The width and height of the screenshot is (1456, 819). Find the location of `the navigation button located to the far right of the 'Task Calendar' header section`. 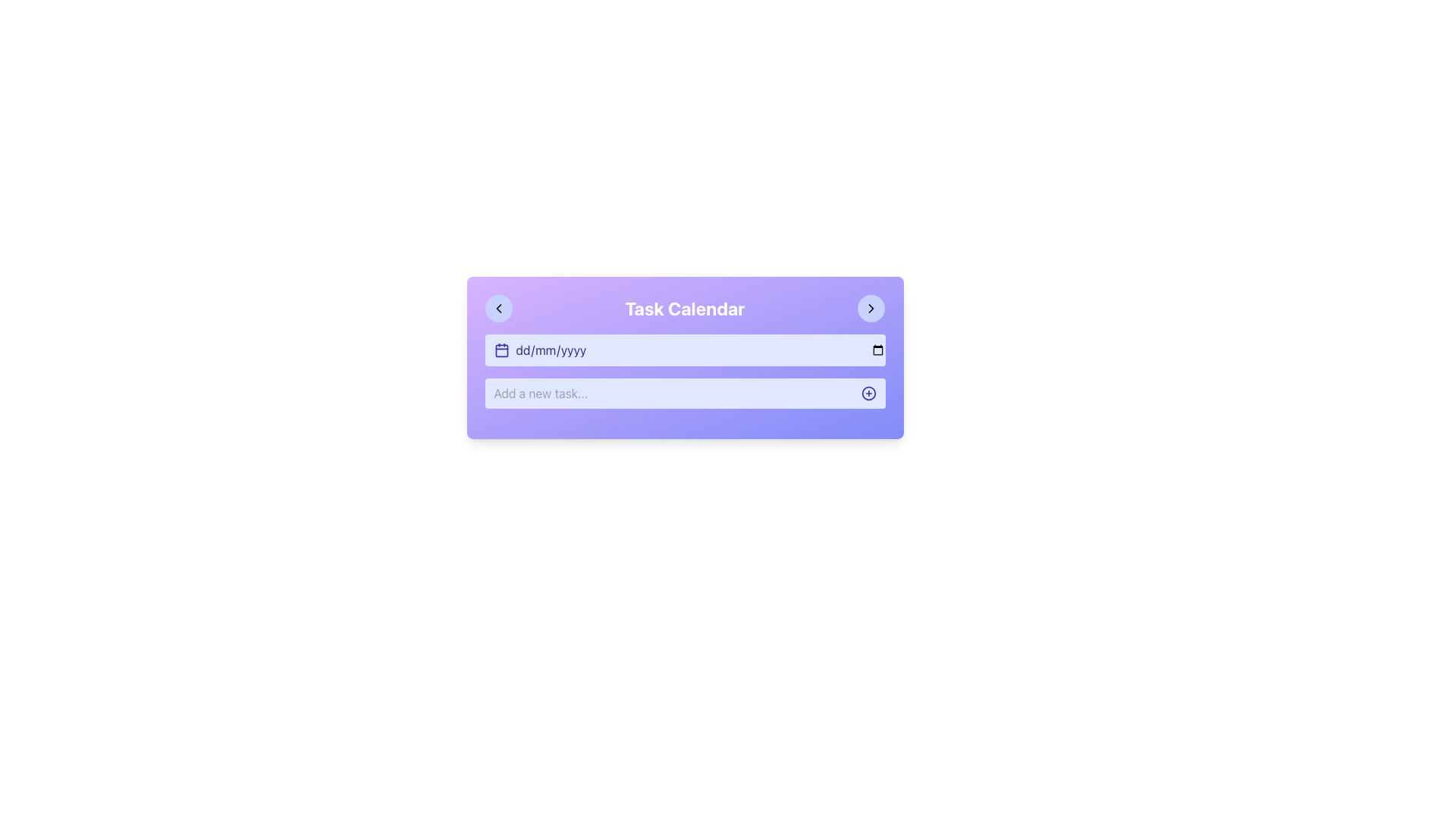

the navigation button located to the far right of the 'Task Calendar' header section is located at coordinates (871, 308).